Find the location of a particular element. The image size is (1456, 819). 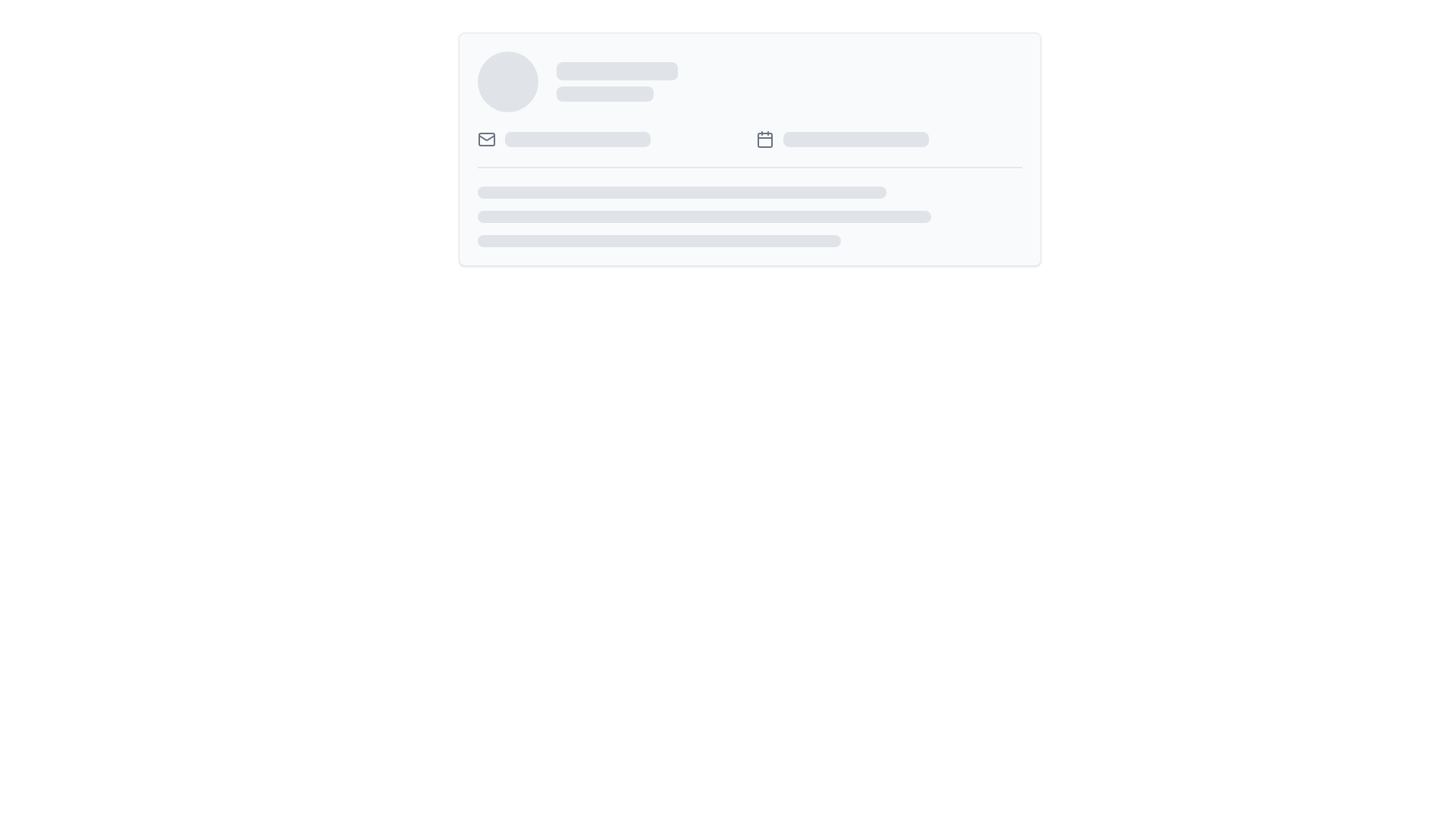

the Skeleton Placeholder, which is a vertical stack of three gray rounded rectangles located at the bottom of a bordered rectangular card with a light background is located at coordinates (749, 216).